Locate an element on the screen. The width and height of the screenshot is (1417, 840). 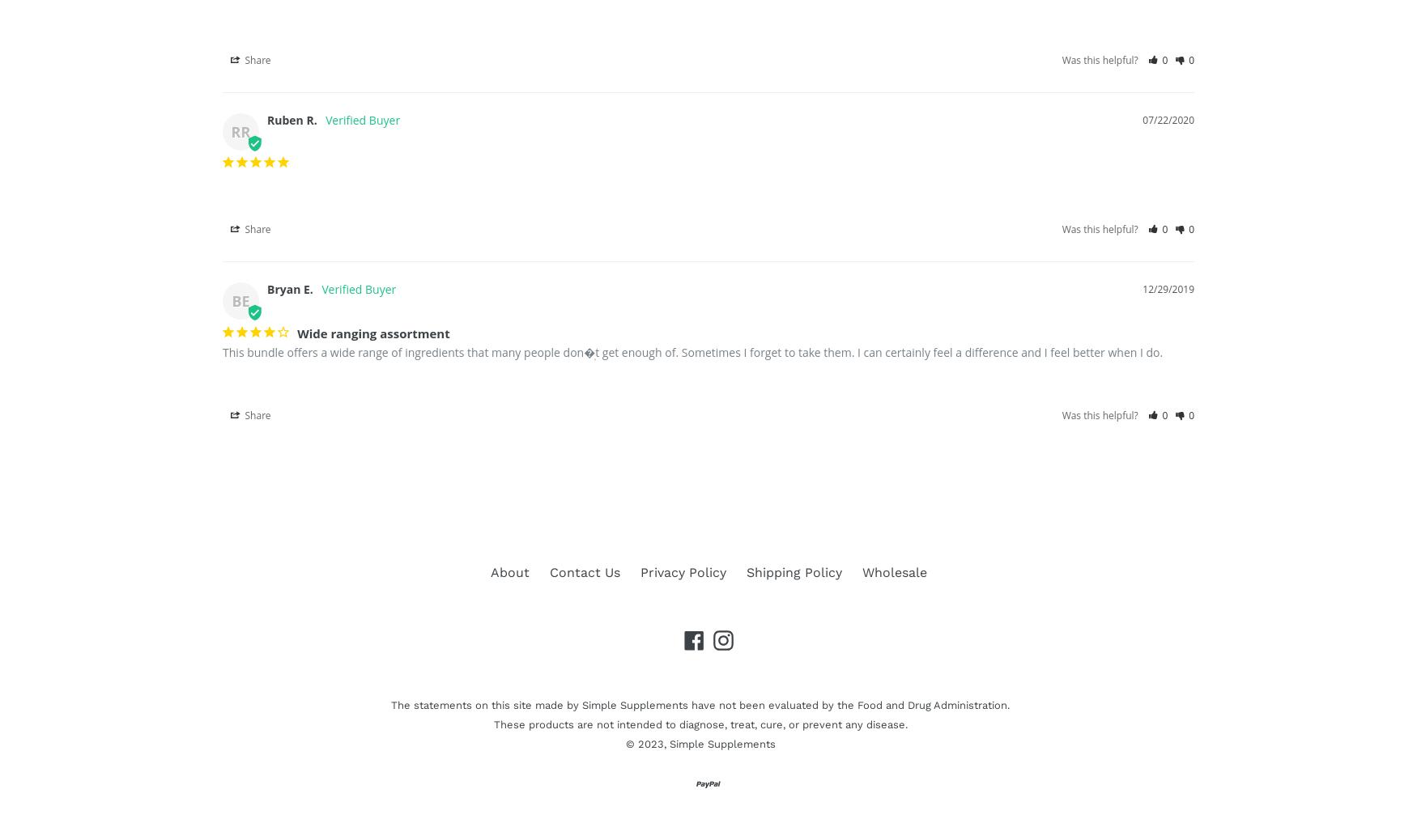
'RR' is located at coordinates (239, 130).